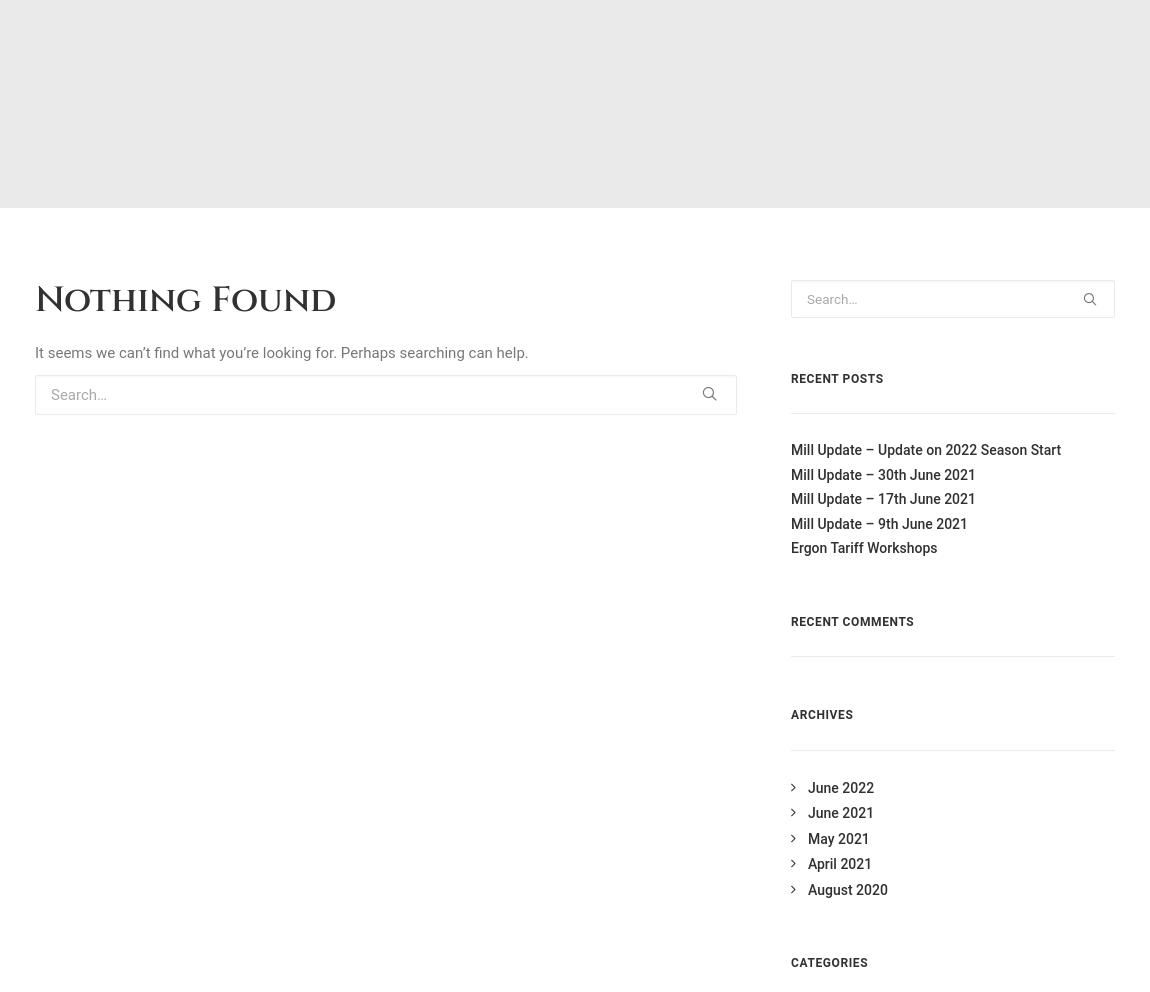 The image size is (1150, 992). Describe the element at coordinates (898, 704) in the screenshot. I see `'E:'` at that location.